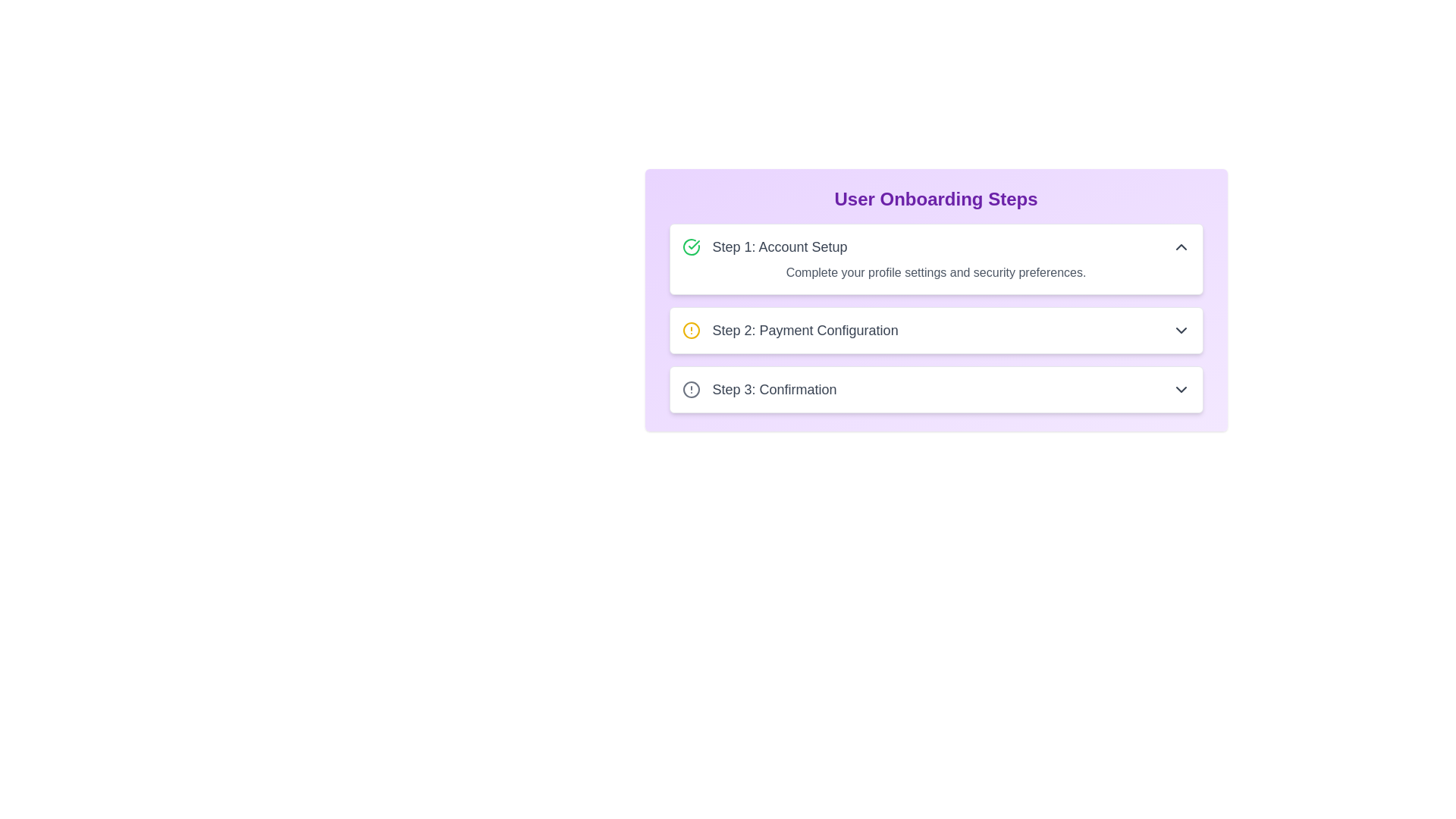 This screenshot has height=819, width=1456. I want to click on the text label that indicates 'Step 3: Confirmation' in the third segment of the onboarding process, so click(774, 388).